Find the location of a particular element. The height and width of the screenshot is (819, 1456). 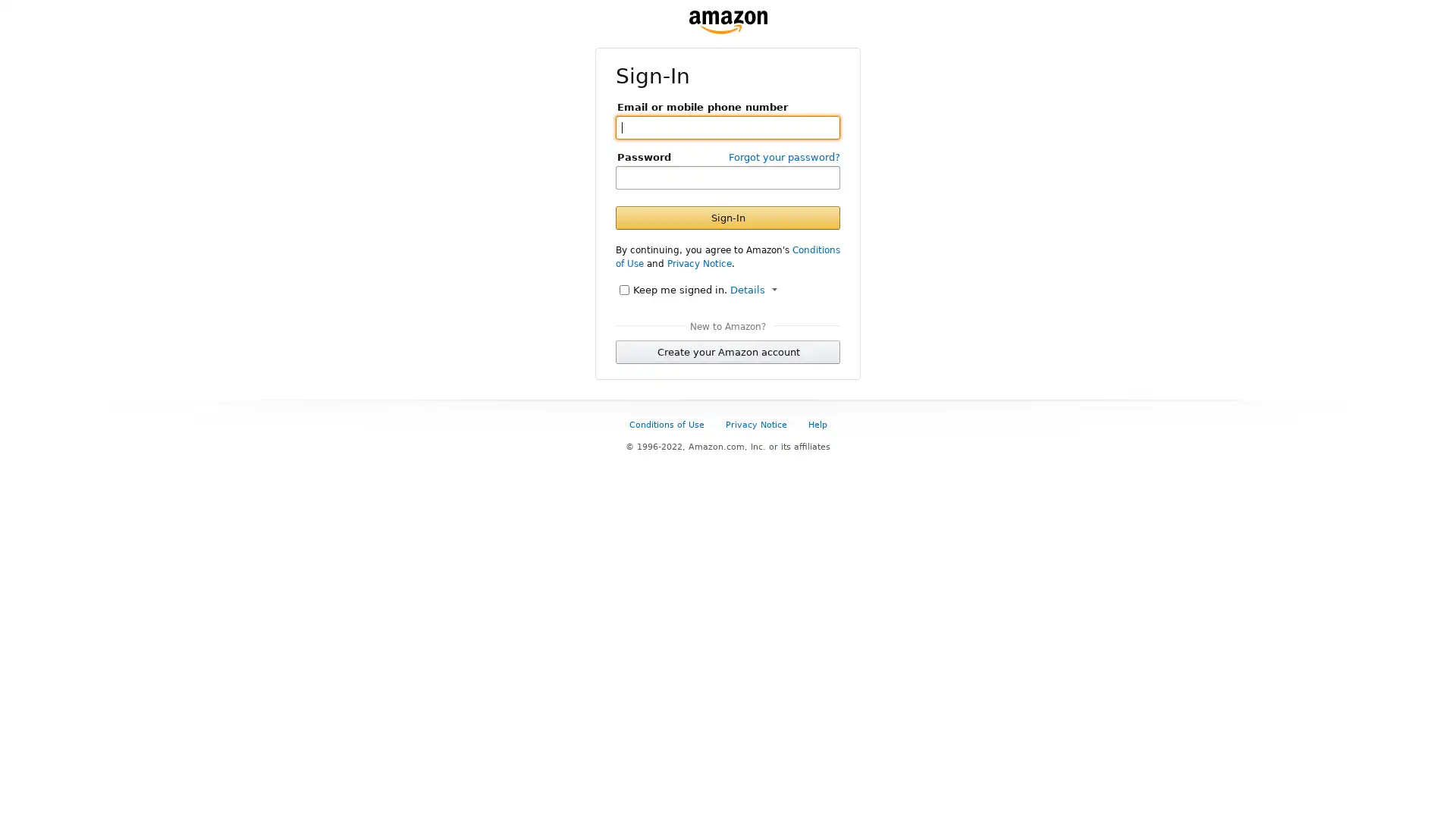

Sign-In is located at coordinates (728, 217).